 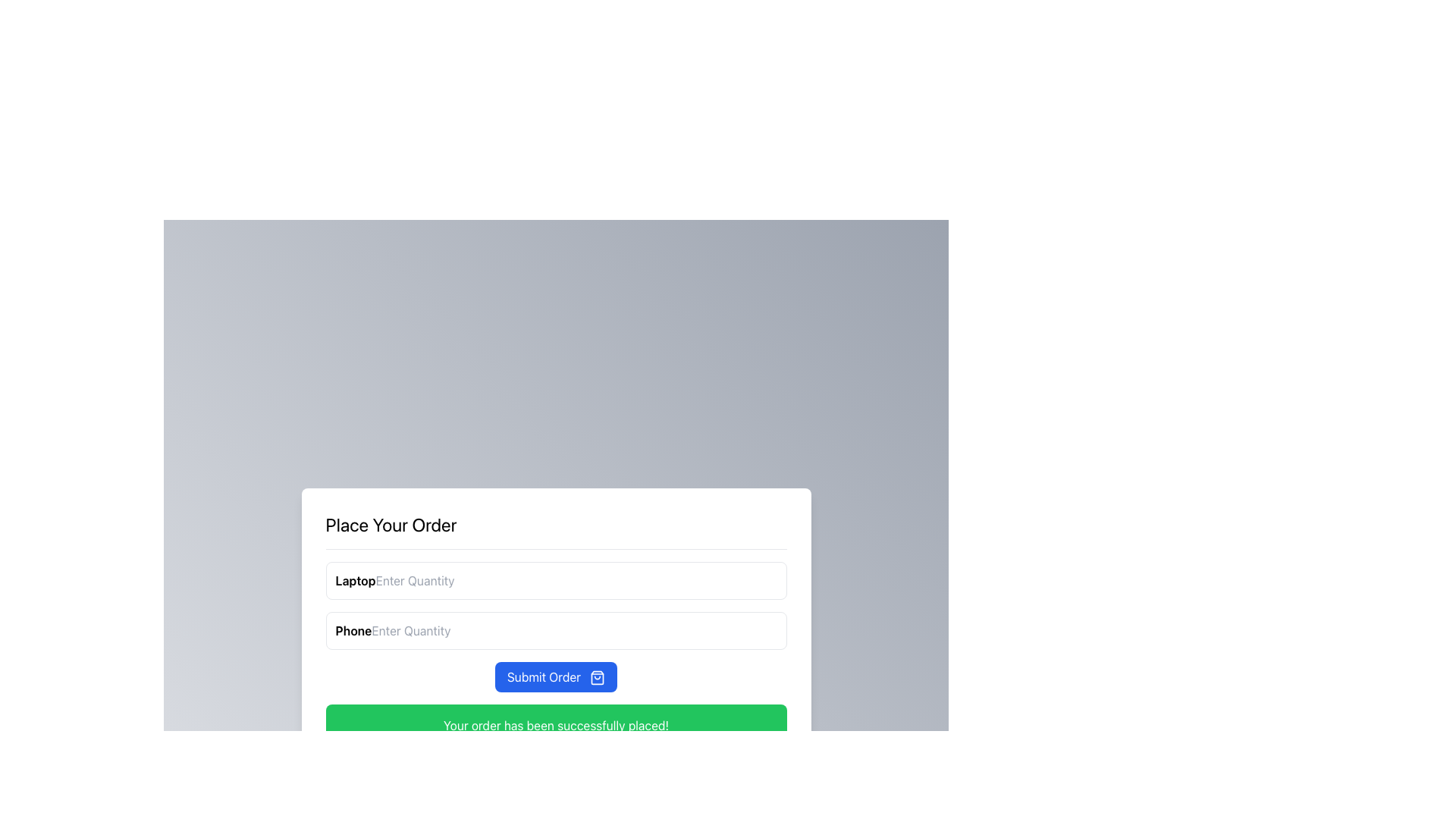 What do you see at coordinates (555, 630) in the screenshot?
I see `the quantity input field labeled 'Phone' to focus on it` at bounding box center [555, 630].